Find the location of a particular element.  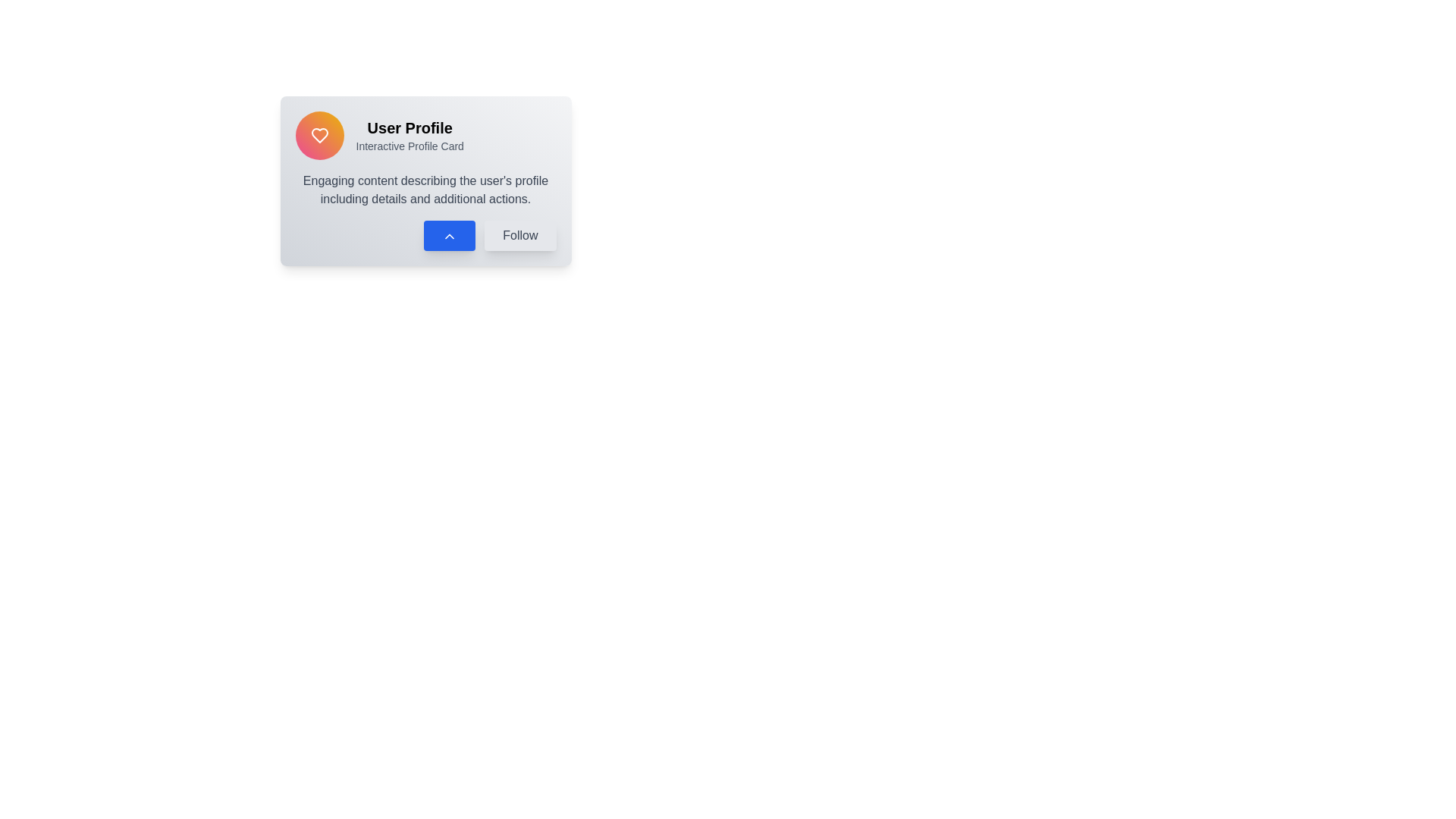

keyboard navigation is located at coordinates (449, 236).